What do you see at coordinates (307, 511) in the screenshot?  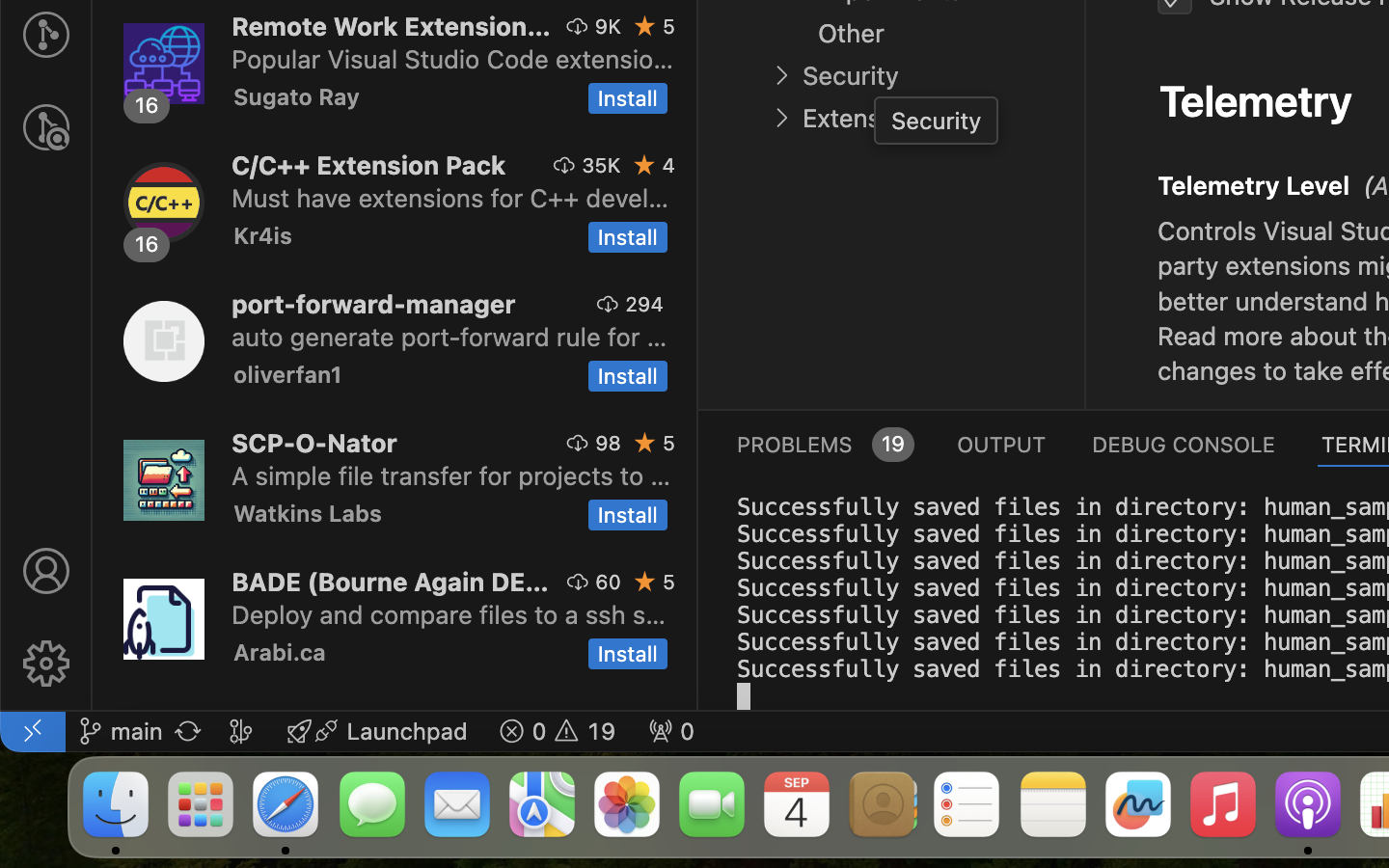 I see `'Watkins Labs'` at bounding box center [307, 511].